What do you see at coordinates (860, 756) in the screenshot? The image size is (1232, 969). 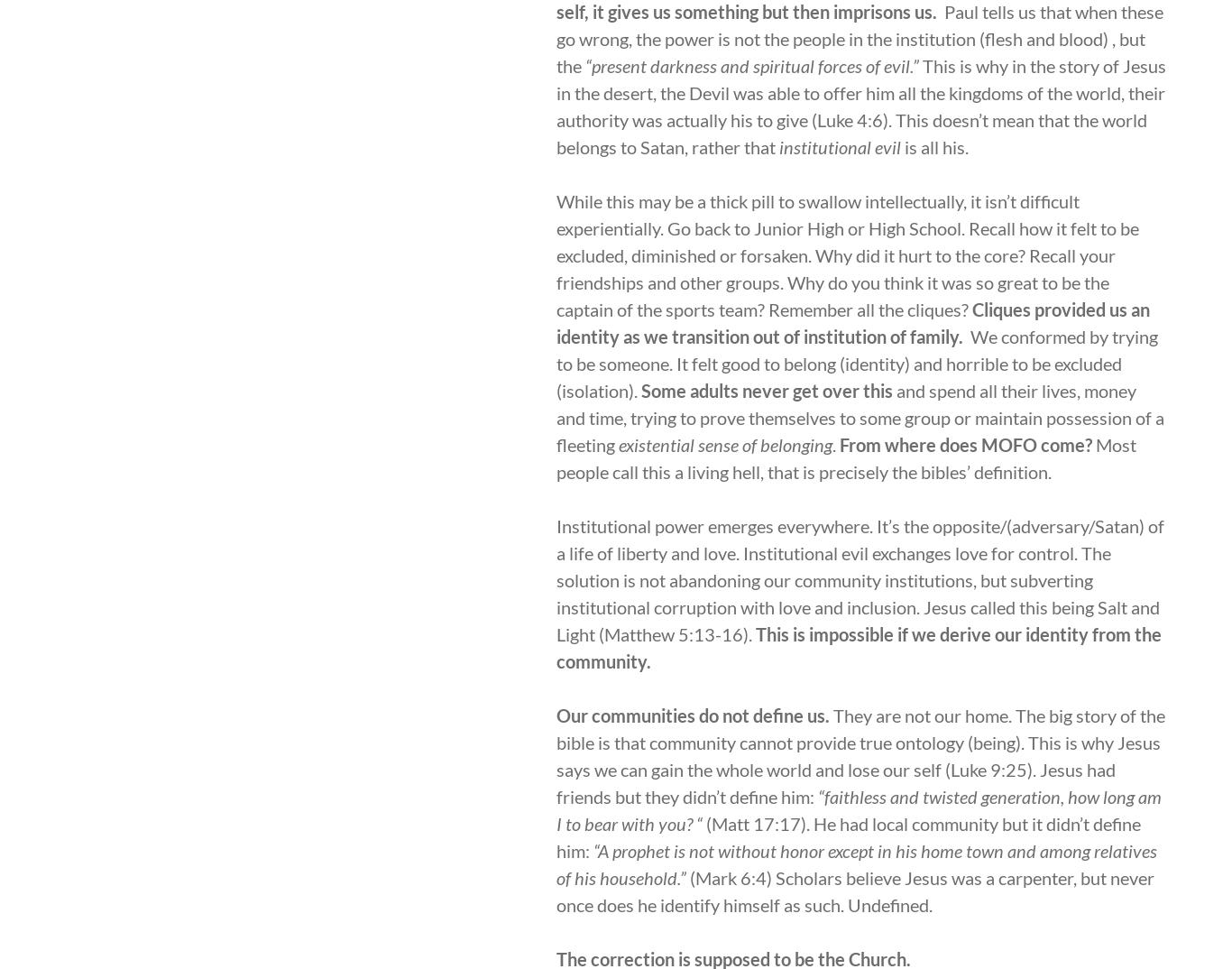 I see `'They are not our home. The big story of the bible is that community cannot provide true ontology (being). This is why Jesus says we can gain the whole world and lose our self (Luke 9:25). Jesus had friends but they didn’t define him:'` at bounding box center [860, 756].